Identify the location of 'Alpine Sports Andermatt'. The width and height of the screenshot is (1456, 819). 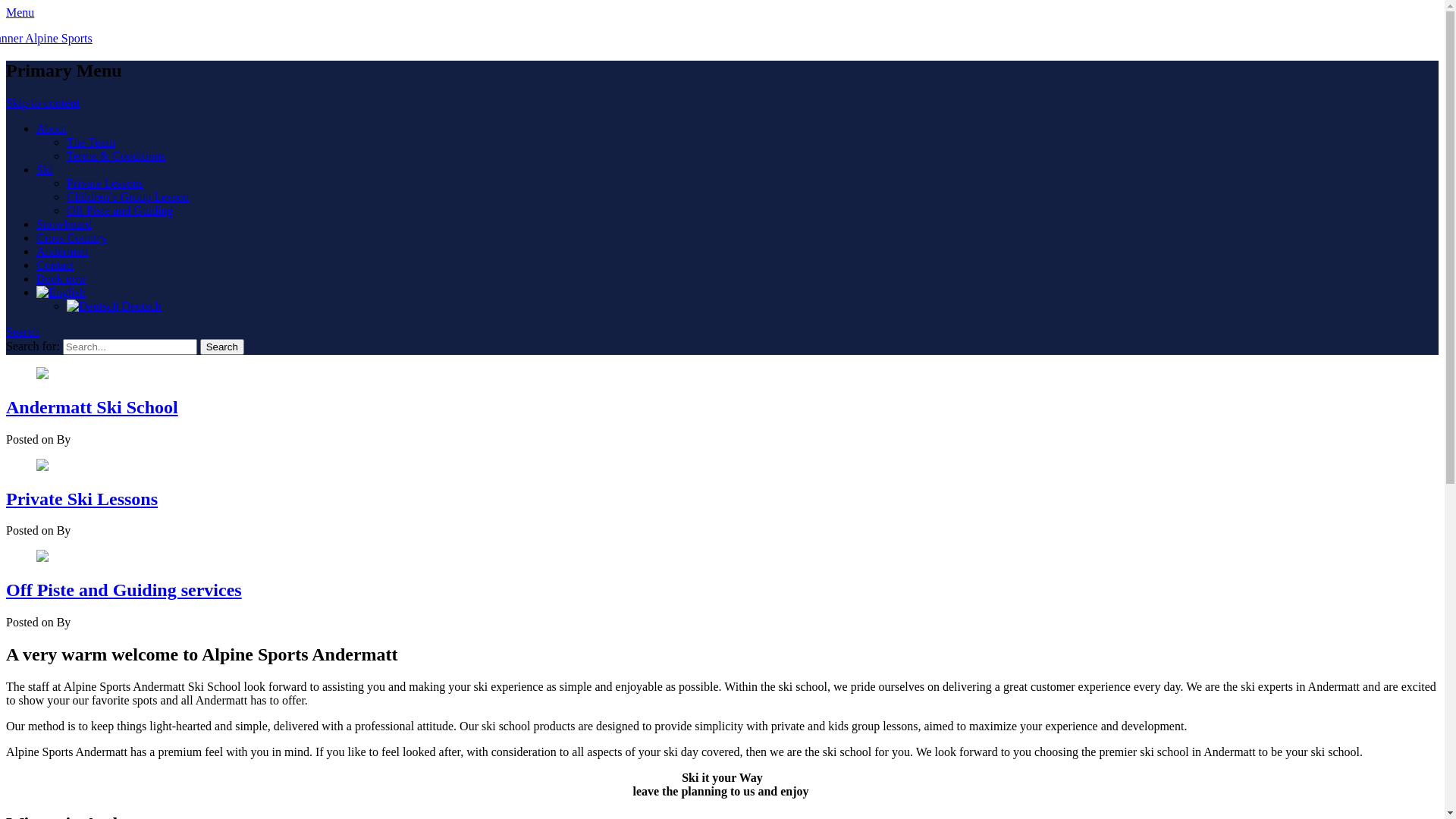
(65, 37).